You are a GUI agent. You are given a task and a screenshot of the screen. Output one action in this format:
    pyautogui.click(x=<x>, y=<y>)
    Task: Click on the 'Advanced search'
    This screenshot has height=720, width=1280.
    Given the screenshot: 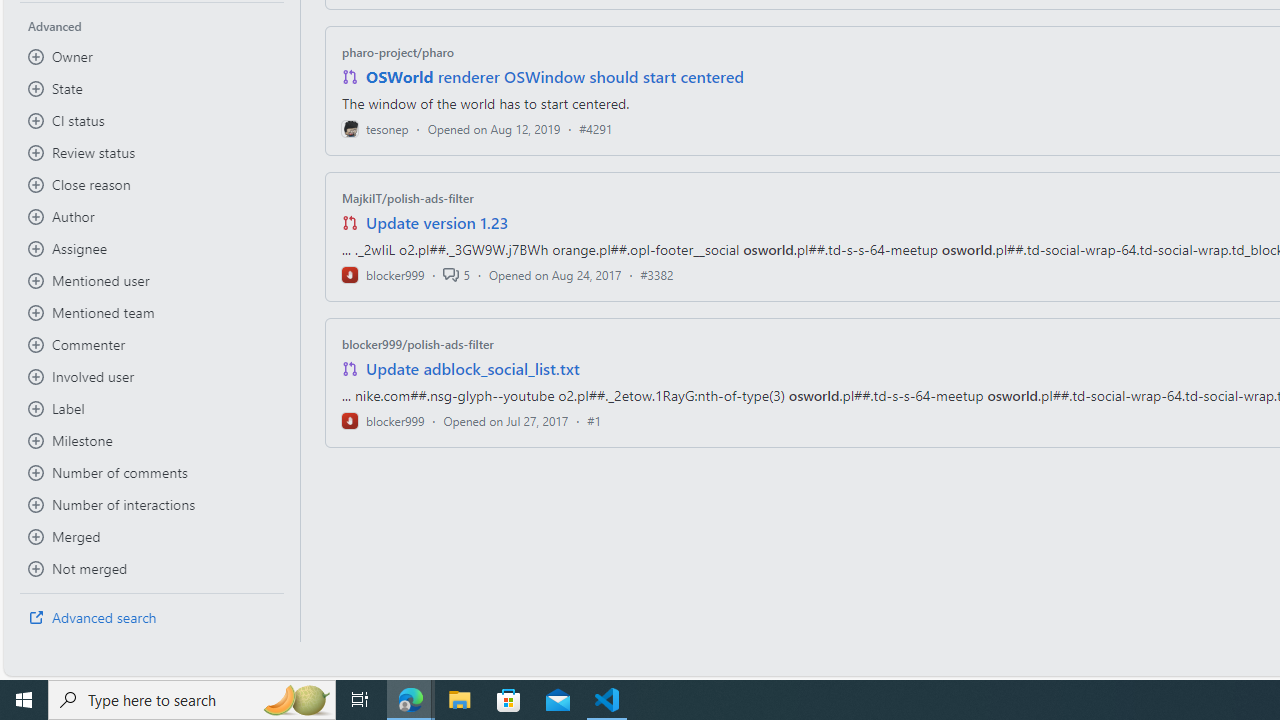 What is the action you would take?
    pyautogui.click(x=151, y=617)
    